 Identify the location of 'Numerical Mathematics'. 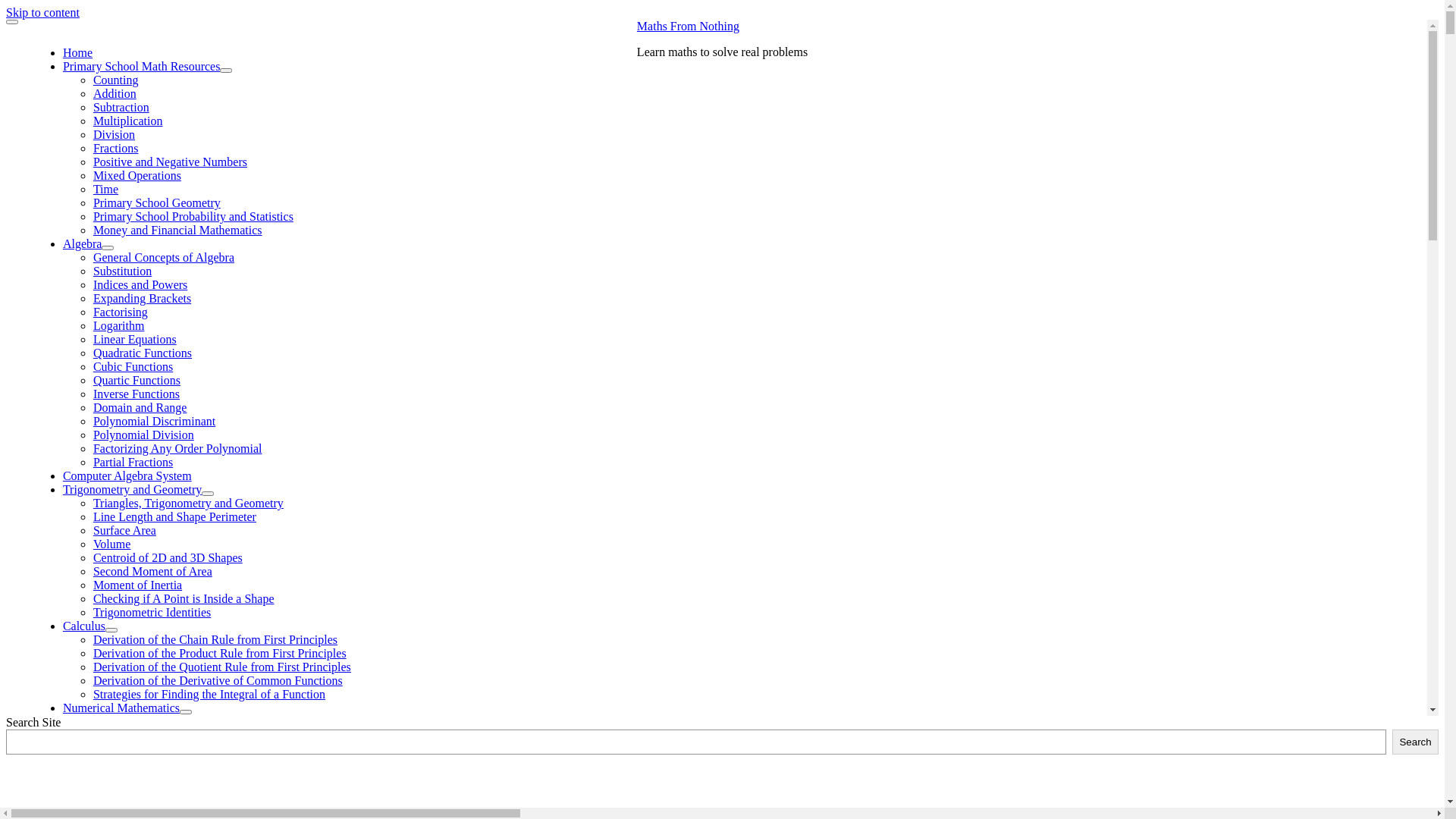
(120, 708).